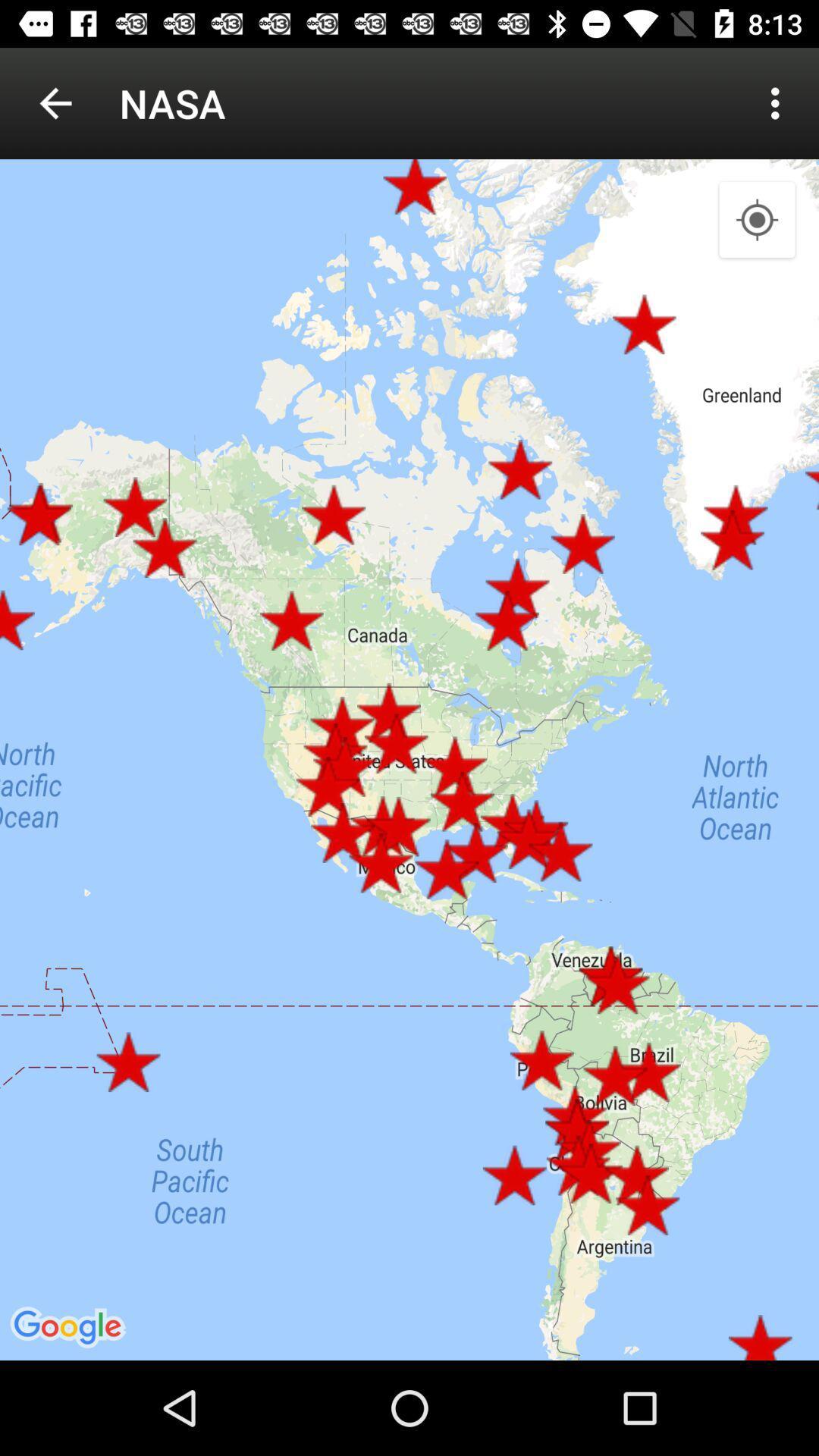 Image resolution: width=819 pixels, height=1456 pixels. Describe the element at coordinates (55, 102) in the screenshot. I see `app to the left of the nasa icon` at that location.